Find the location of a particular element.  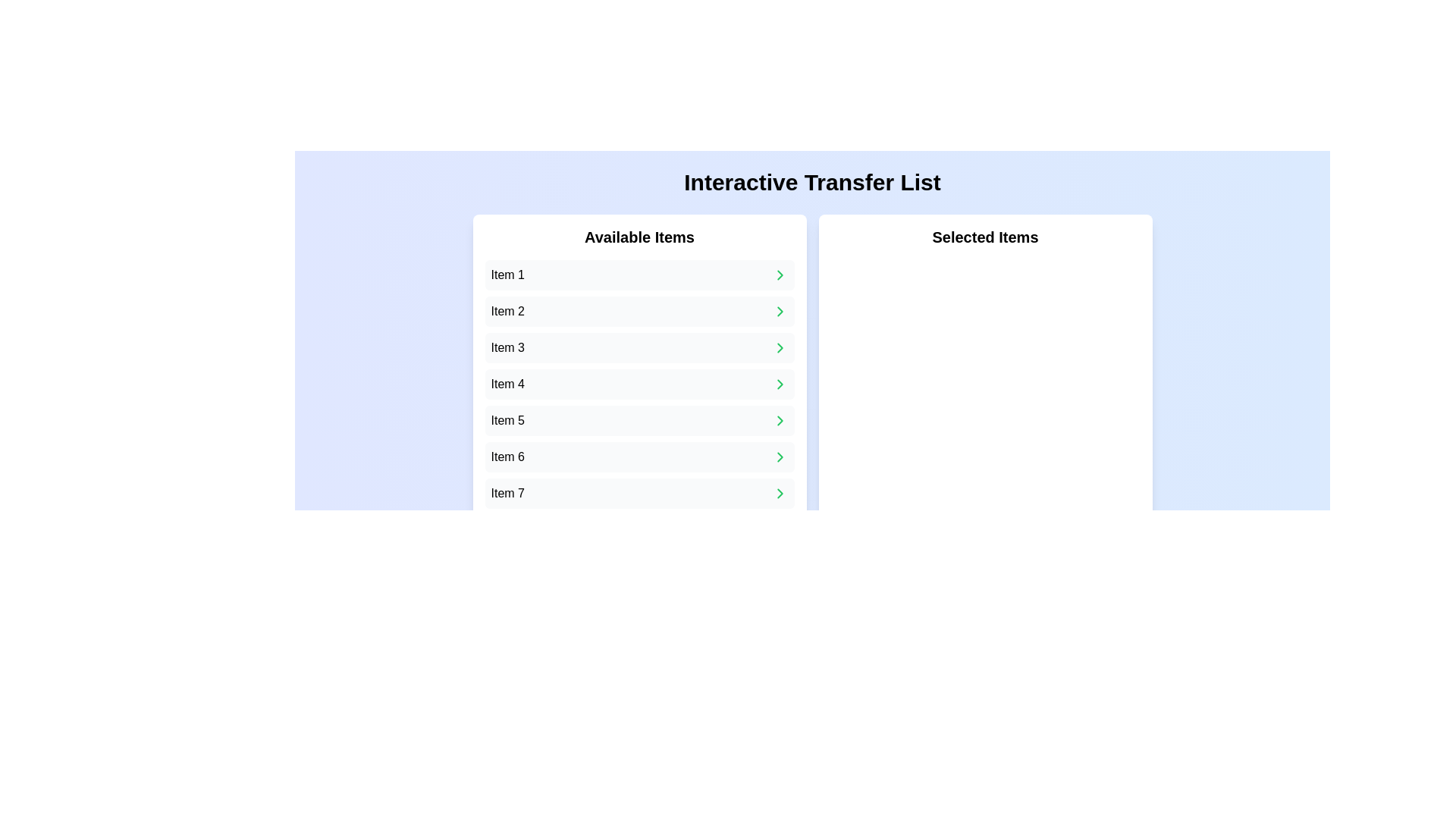

the text label displaying 'Item 3' in the third row of the 'Available Items' list, which has a light gray background and rounded corners is located at coordinates (507, 348).